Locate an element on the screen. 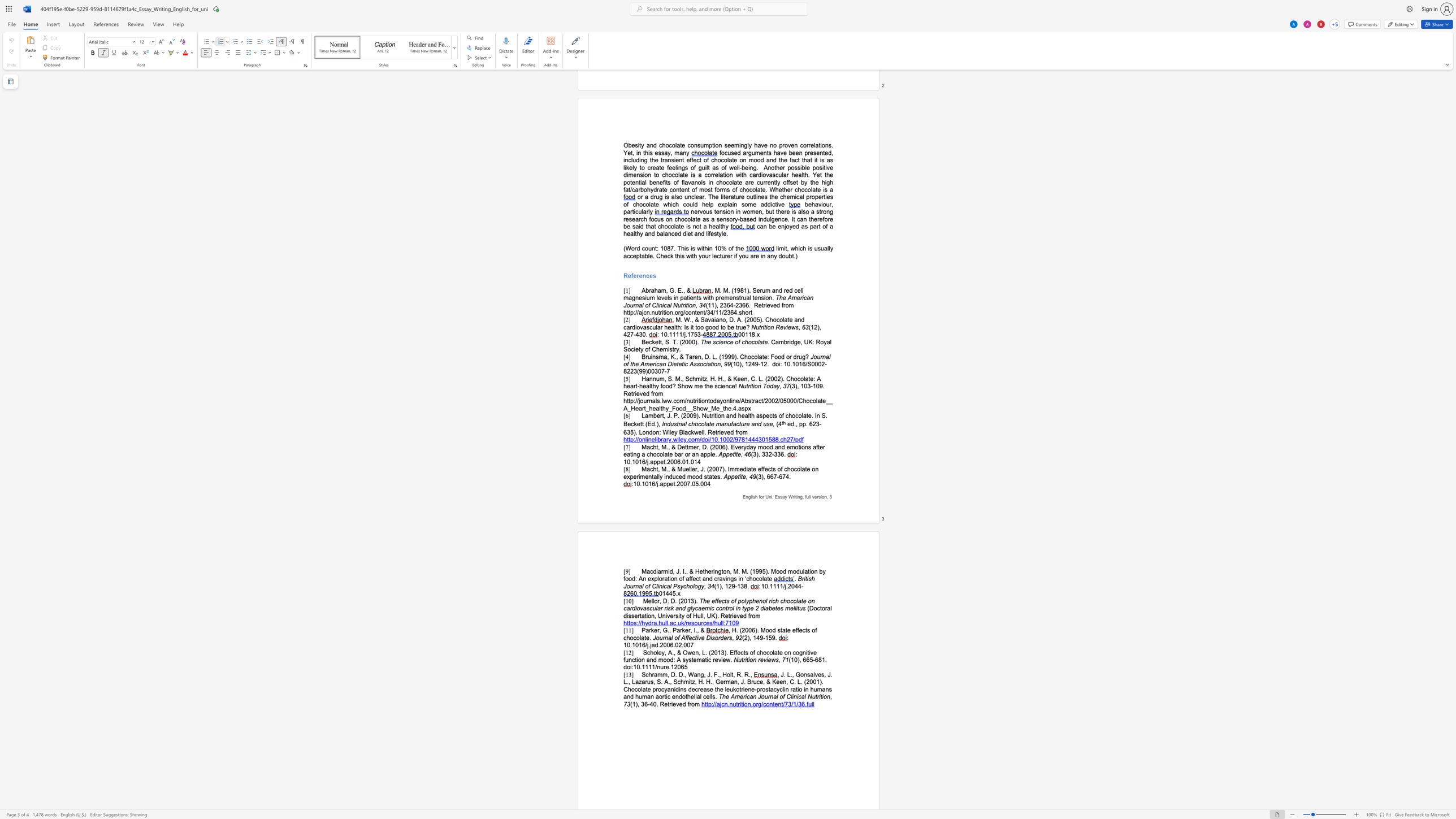 This screenshot has width=1456, height=819. the space between the continuous character "." and "a" in the text is located at coordinates (649, 461).